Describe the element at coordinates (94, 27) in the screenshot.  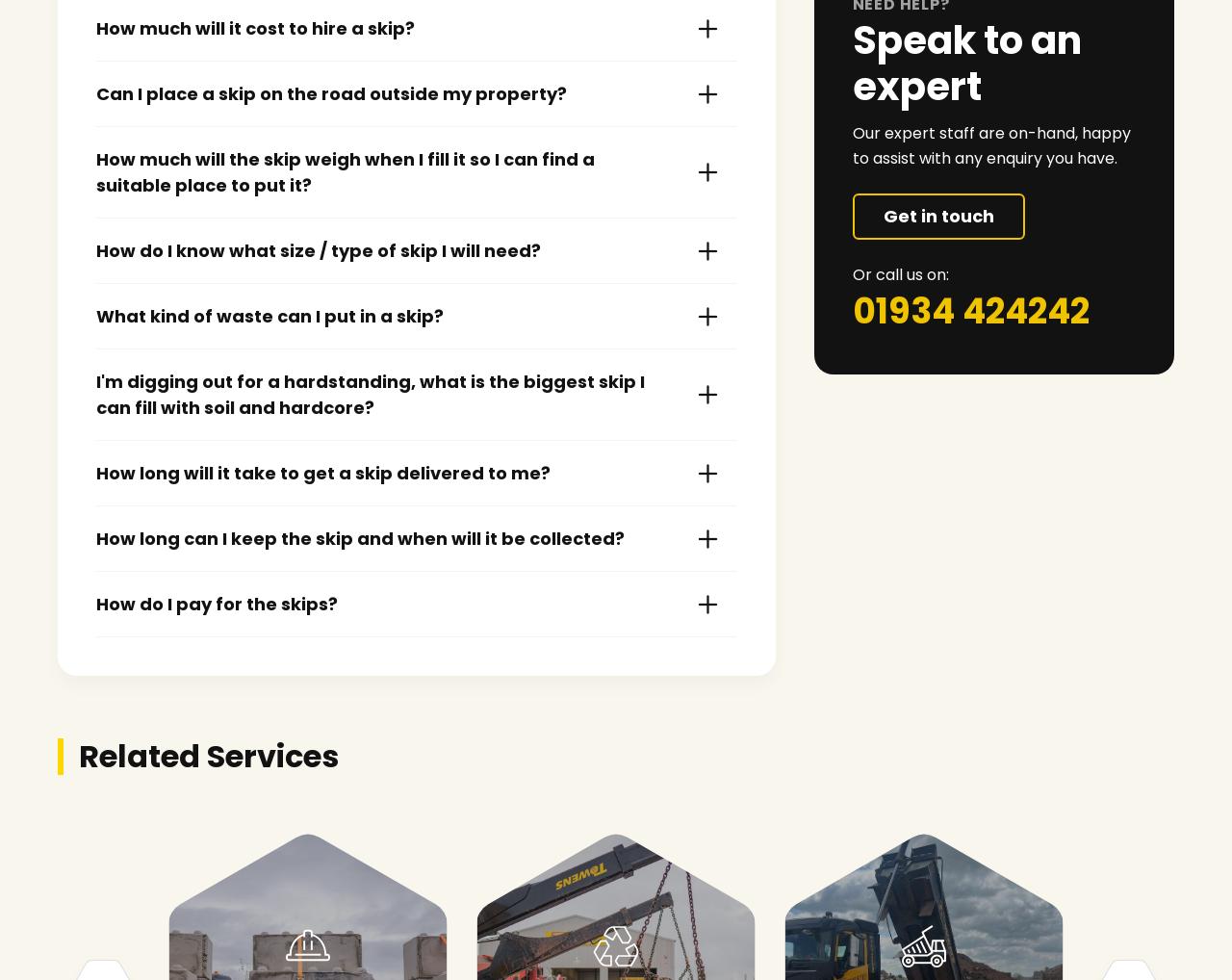
I see `'How much will it cost to hire a skip?'` at that location.